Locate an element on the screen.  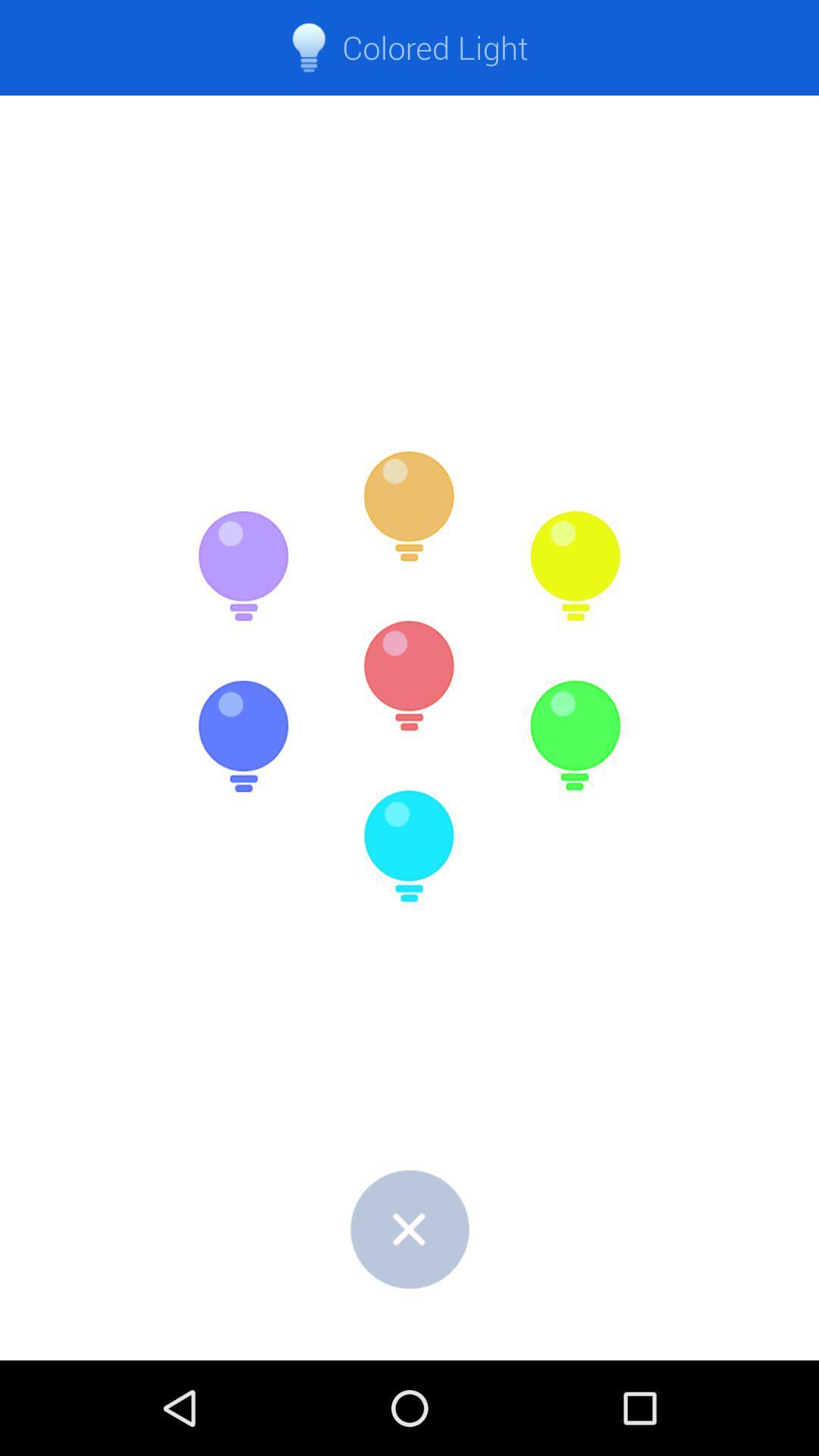
closes the application page is located at coordinates (409, 1228).